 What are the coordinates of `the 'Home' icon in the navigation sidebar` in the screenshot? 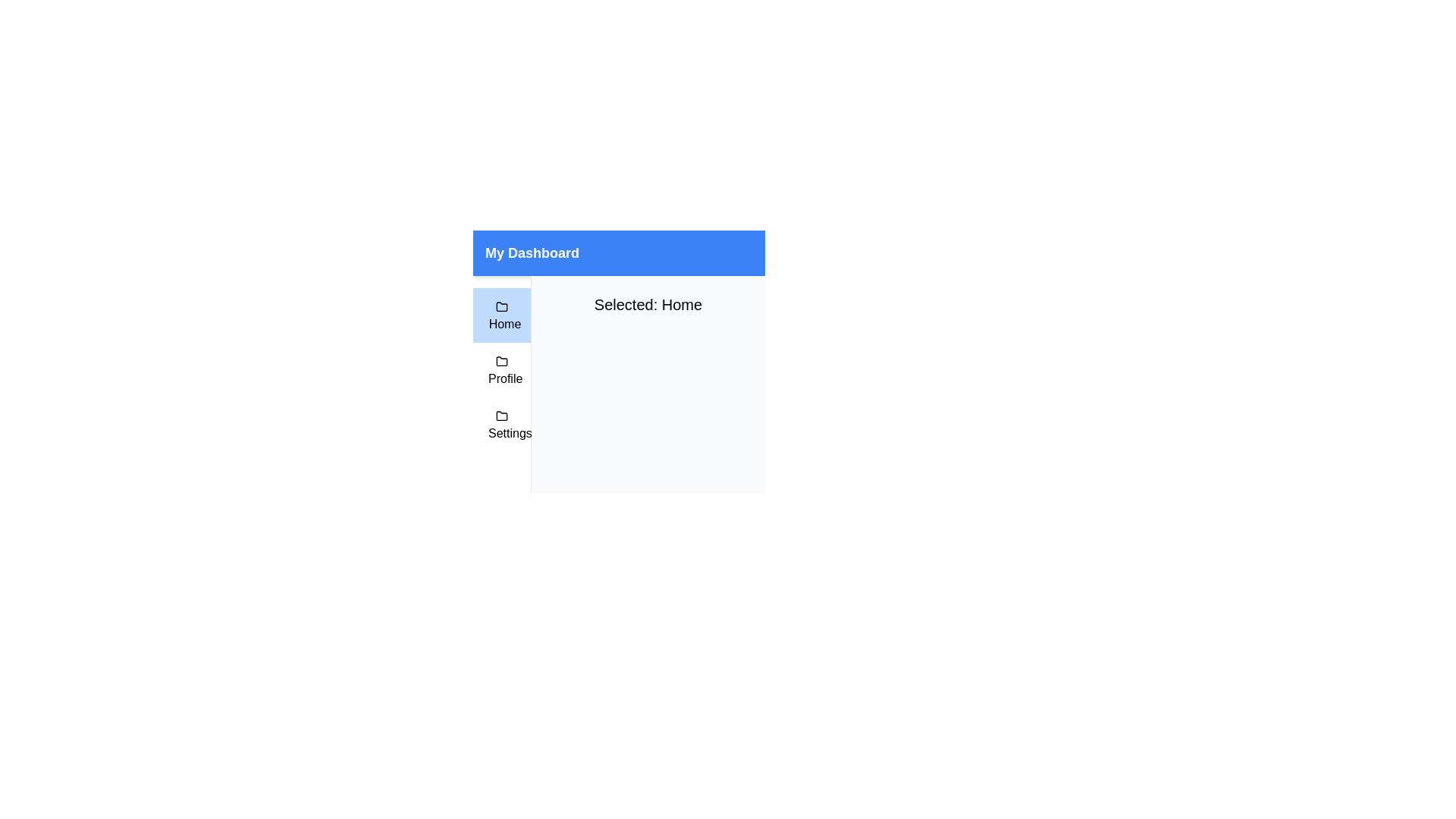 It's located at (502, 306).